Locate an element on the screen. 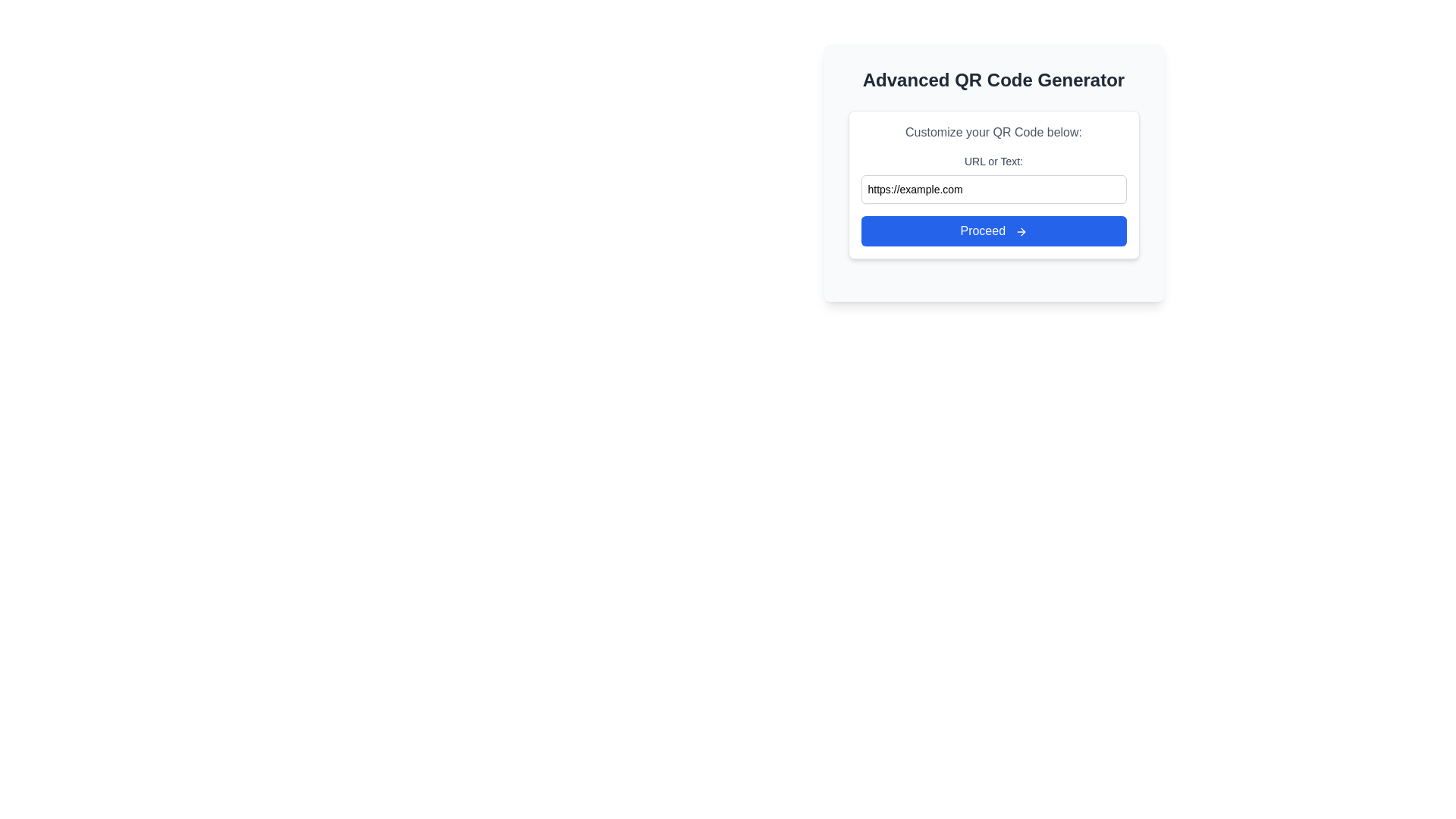  the text input field of the QR code generation panel is located at coordinates (993, 171).